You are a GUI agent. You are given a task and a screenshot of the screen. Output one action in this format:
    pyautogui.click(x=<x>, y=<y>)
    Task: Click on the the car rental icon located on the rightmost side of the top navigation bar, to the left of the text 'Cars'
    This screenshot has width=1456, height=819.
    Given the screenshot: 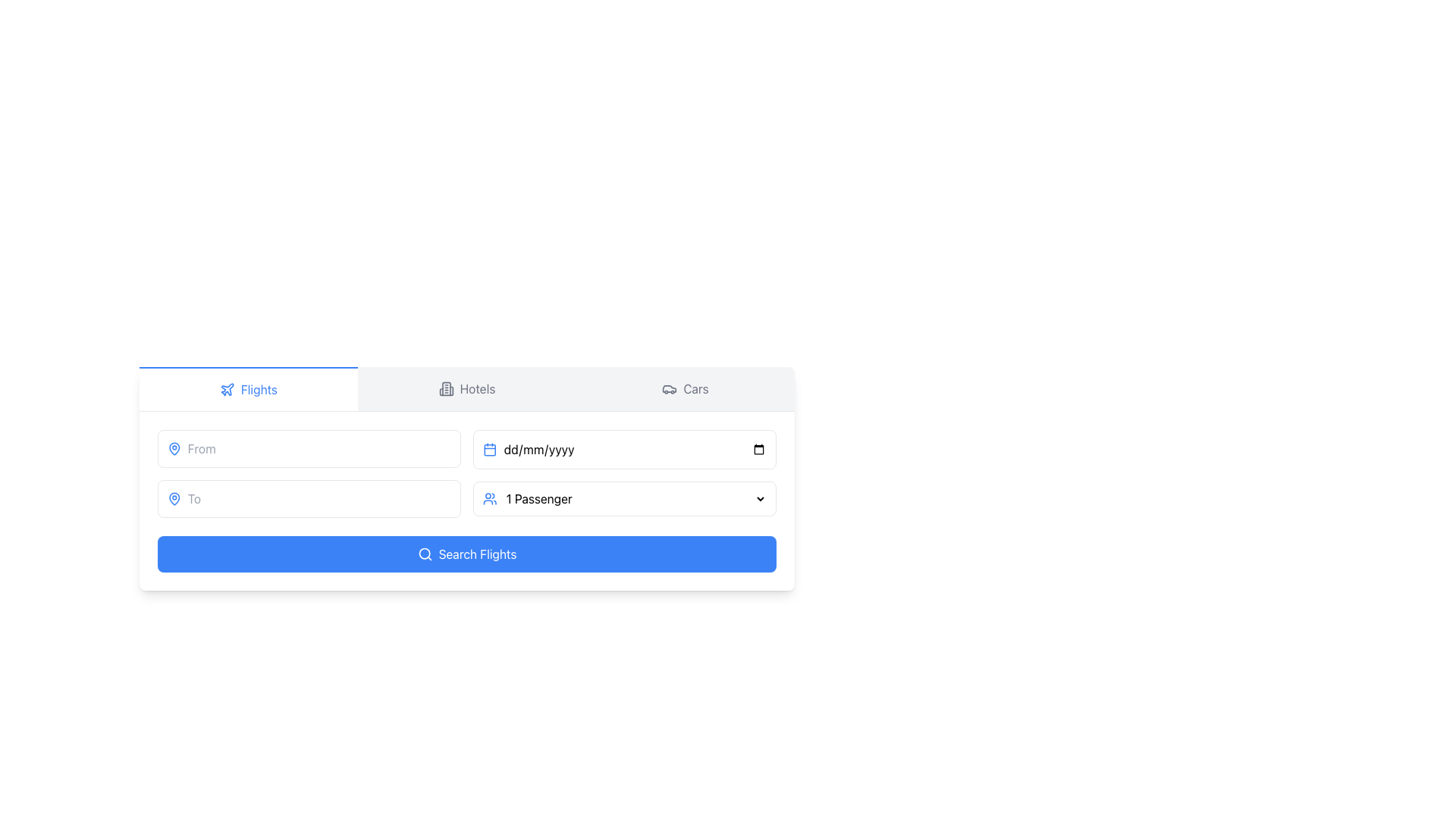 What is the action you would take?
    pyautogui.click(x=669, y=388)
    